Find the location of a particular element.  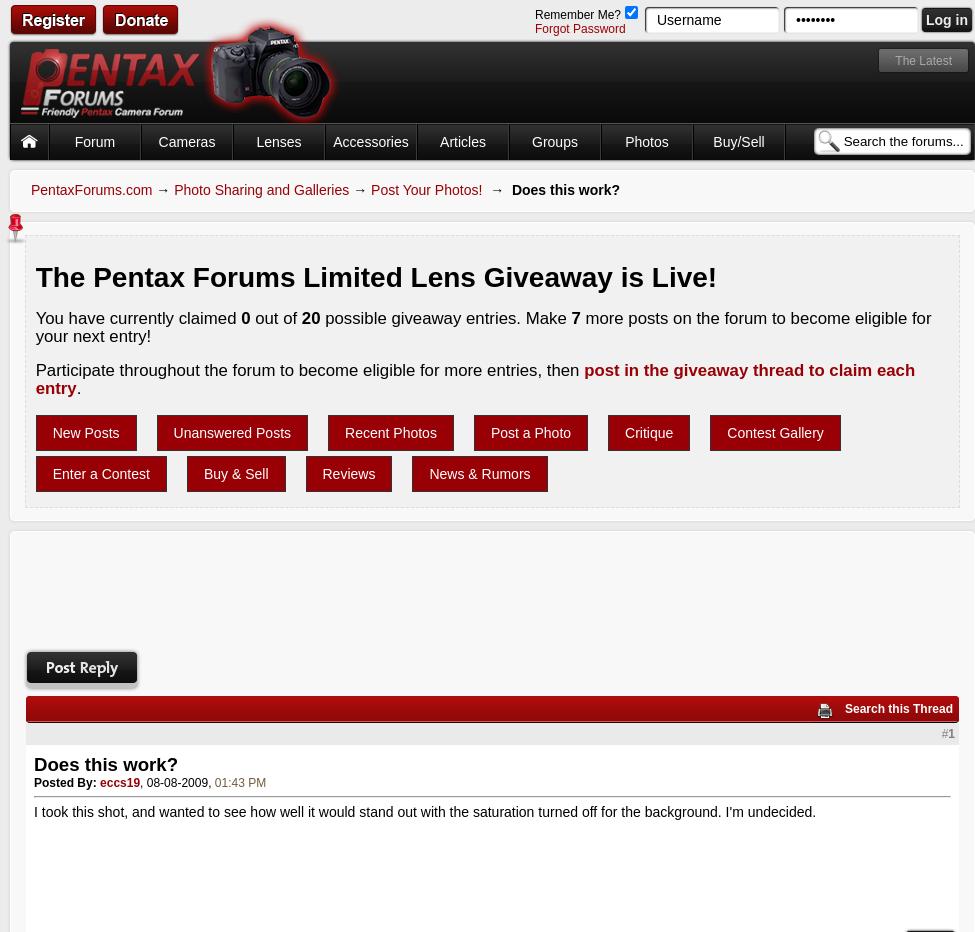

'The Pentax Forums Limited Lens Giveaway is Live!' is located at coordinates (374, 275).